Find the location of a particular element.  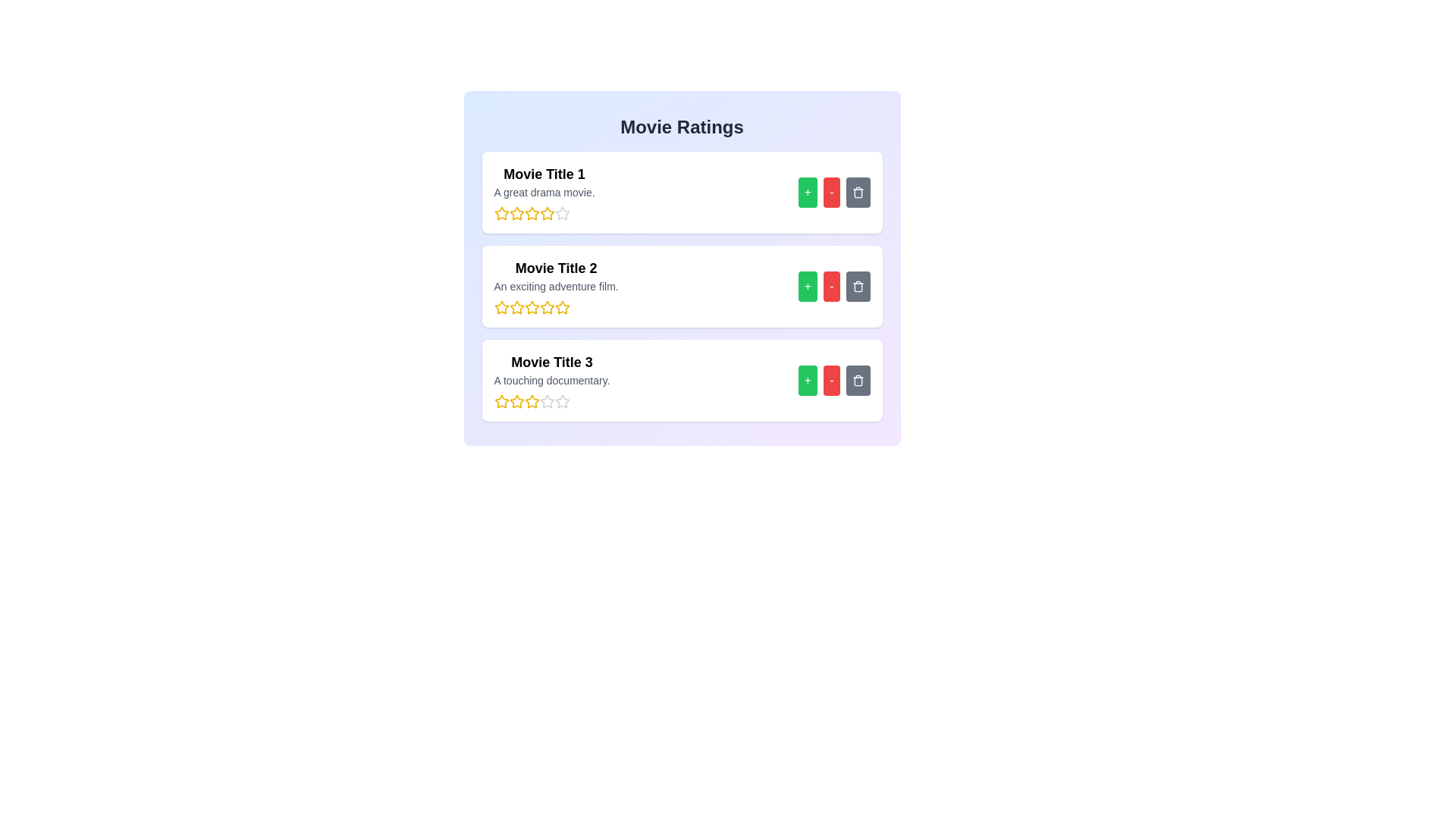

'+' button next to the movie to increase its rating is located at coordinates (807, 192).